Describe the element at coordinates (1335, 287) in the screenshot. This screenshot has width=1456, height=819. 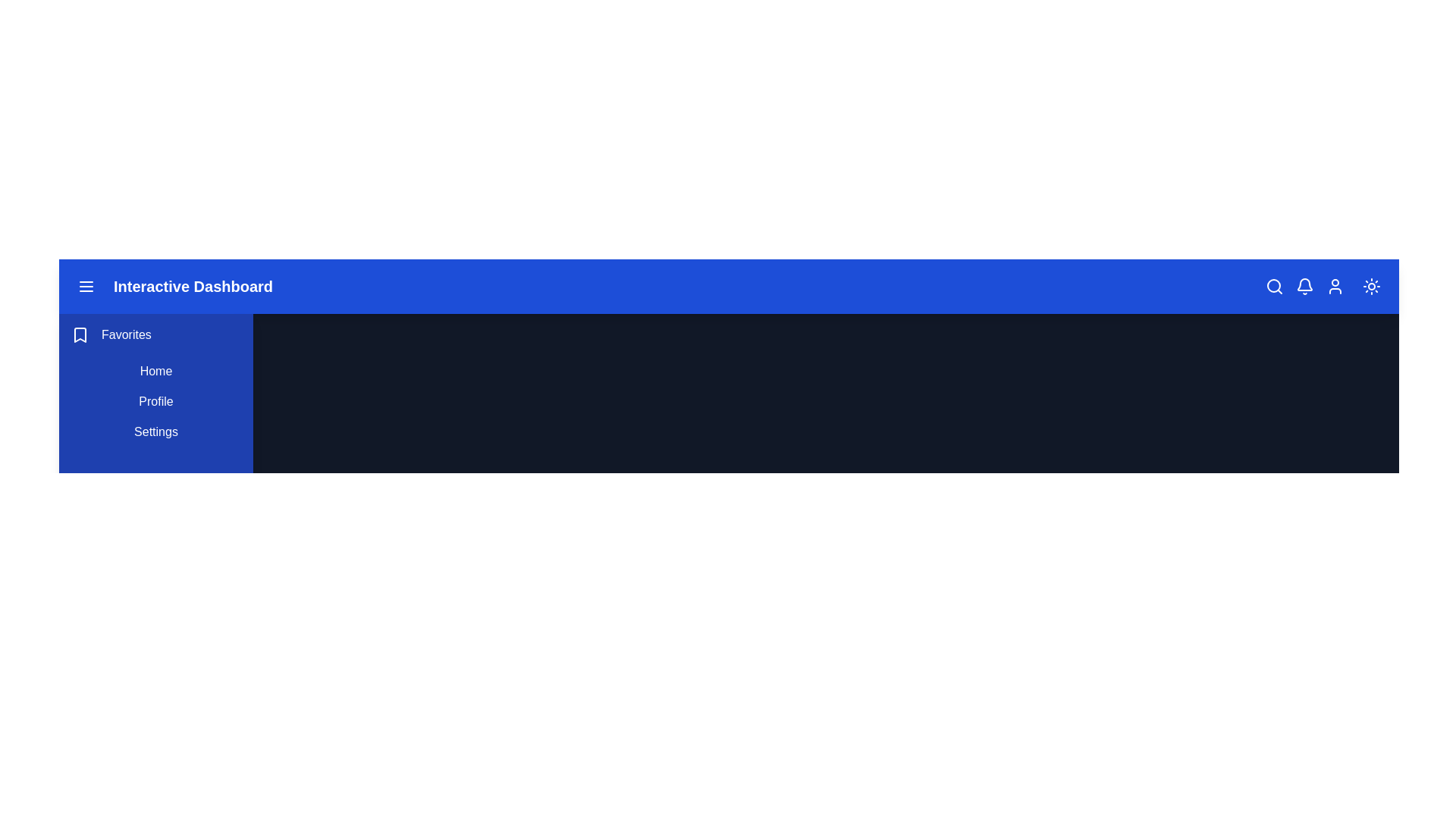
I see `the user profile icon` at that location.